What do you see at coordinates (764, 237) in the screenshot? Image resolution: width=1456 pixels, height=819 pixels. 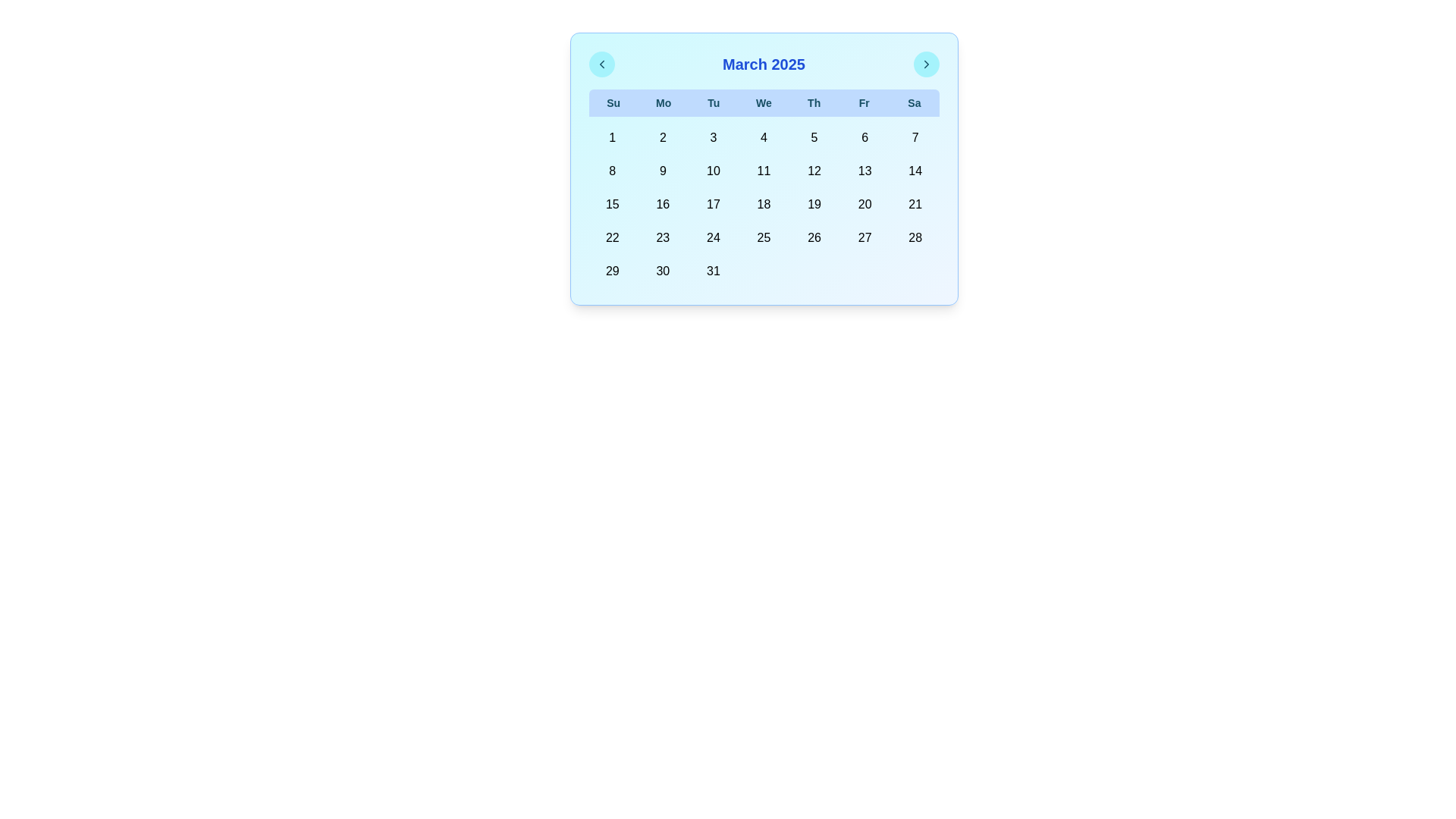 I see `the calendar date box displaying '25'` at bounding box center [764, 237].